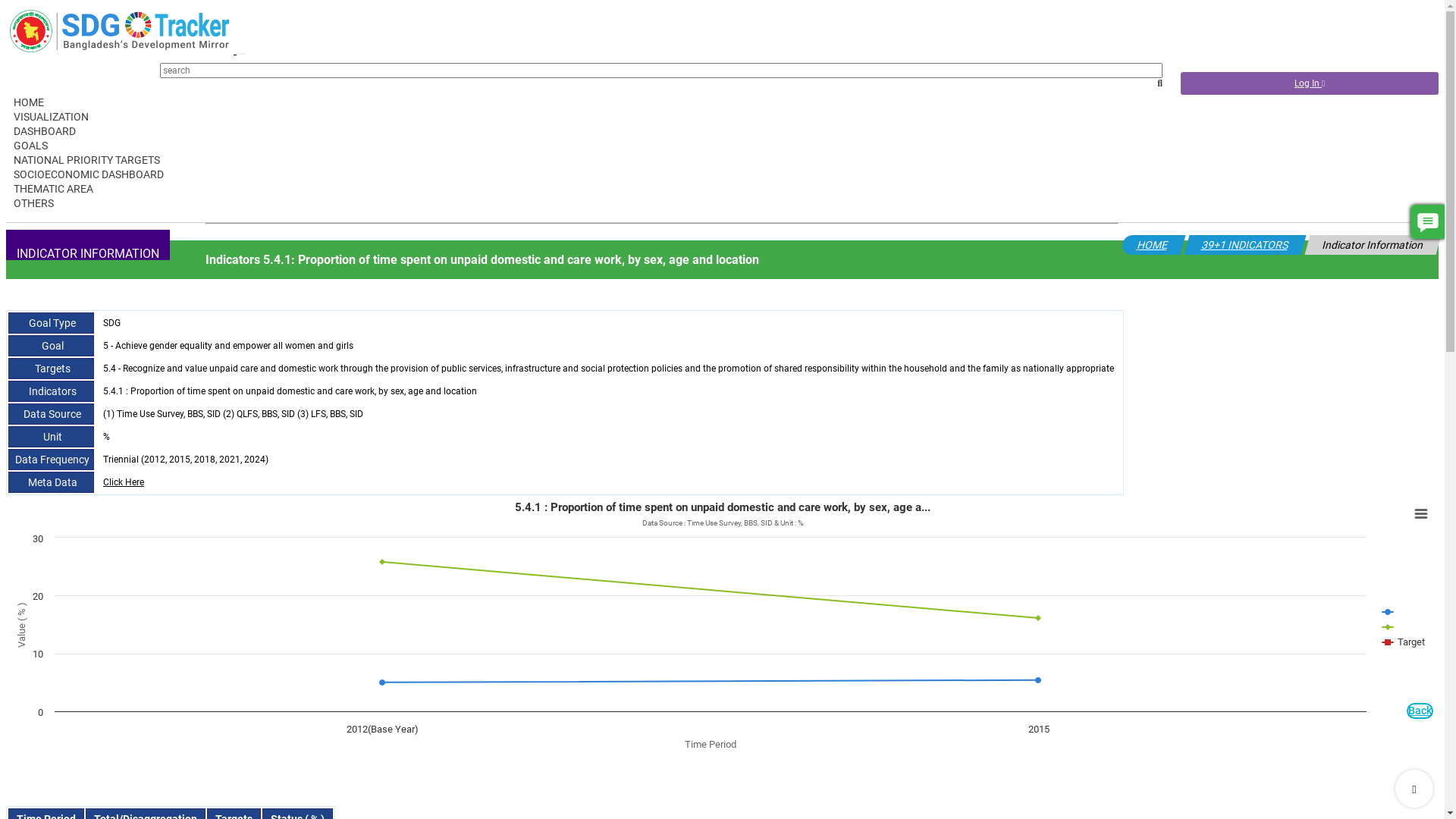  What do you see at coordinates (47, 116) in the screenshot?
I see `'VISUALIZATION'` at bounding box center [47, 116].